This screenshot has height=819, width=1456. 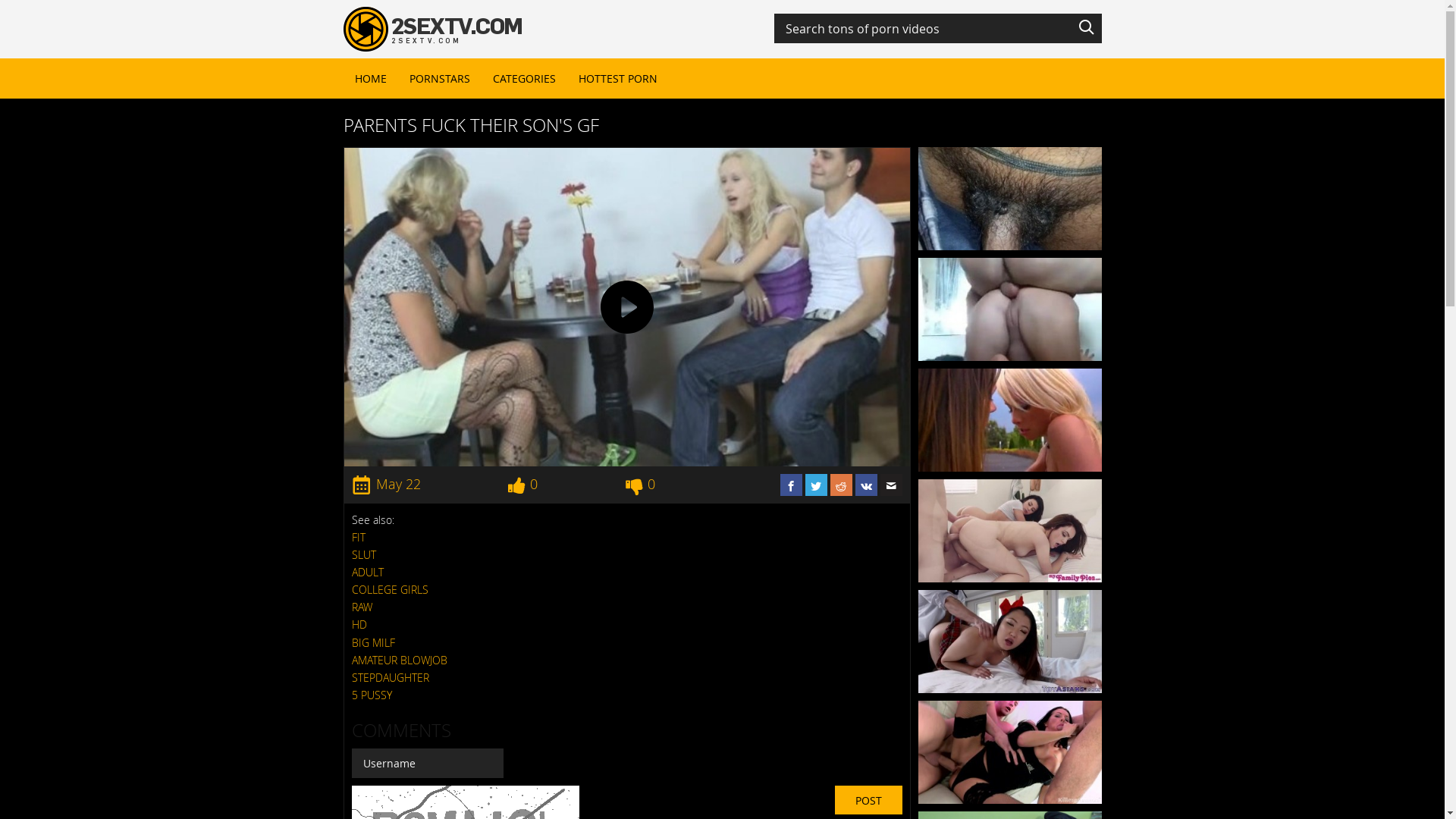 What do you see at coordinates (359, 624) in the screenshot?
I see `'HD'` at bounding box center [359, 624].